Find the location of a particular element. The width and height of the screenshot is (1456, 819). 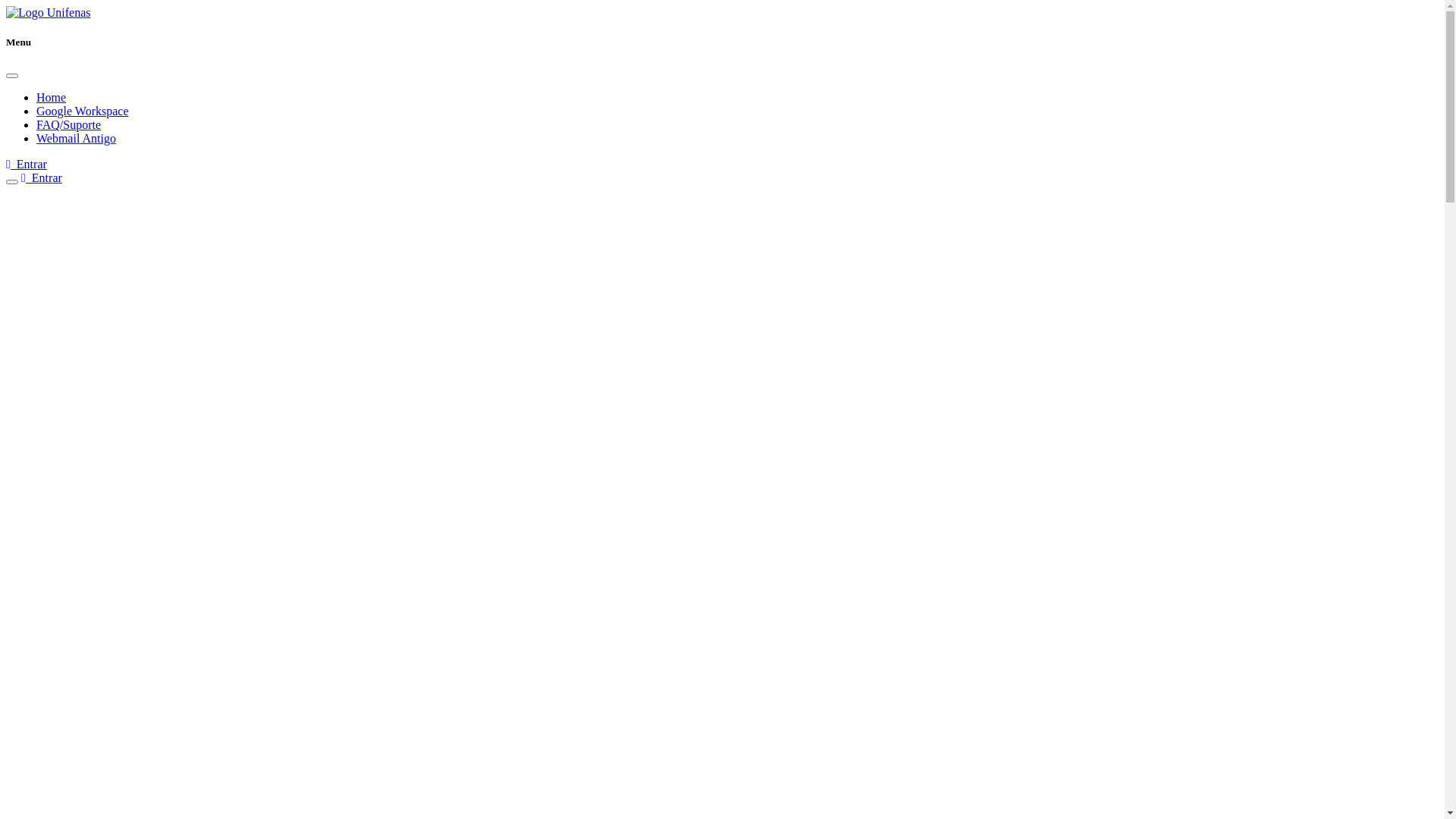

' Entrar' is located at coordinates (41, 177).